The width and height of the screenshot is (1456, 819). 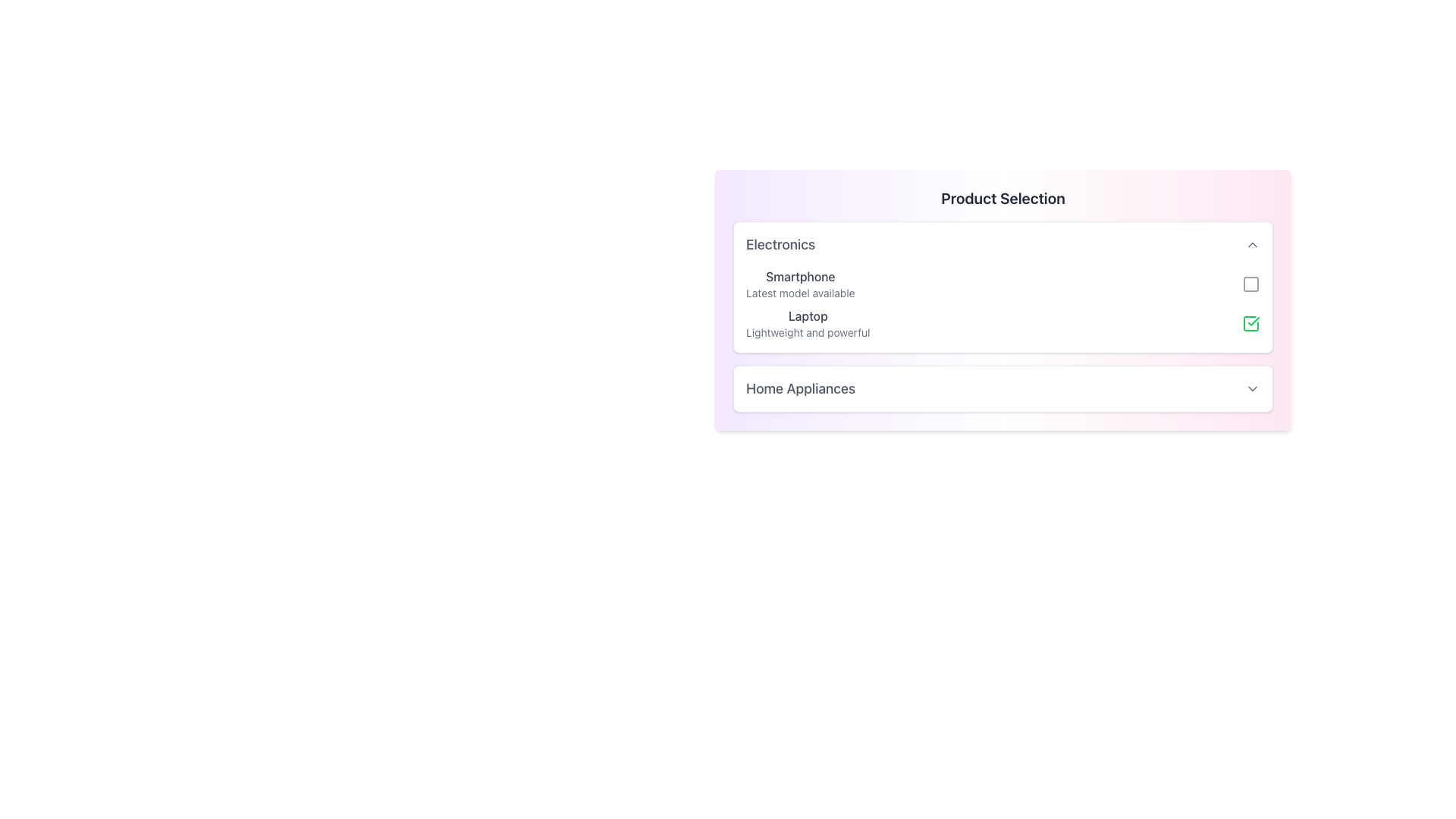 I want to click on the 'Home Appliances' dropdown trigger located at the bottom of the category list, so click(x=1003, y=388).